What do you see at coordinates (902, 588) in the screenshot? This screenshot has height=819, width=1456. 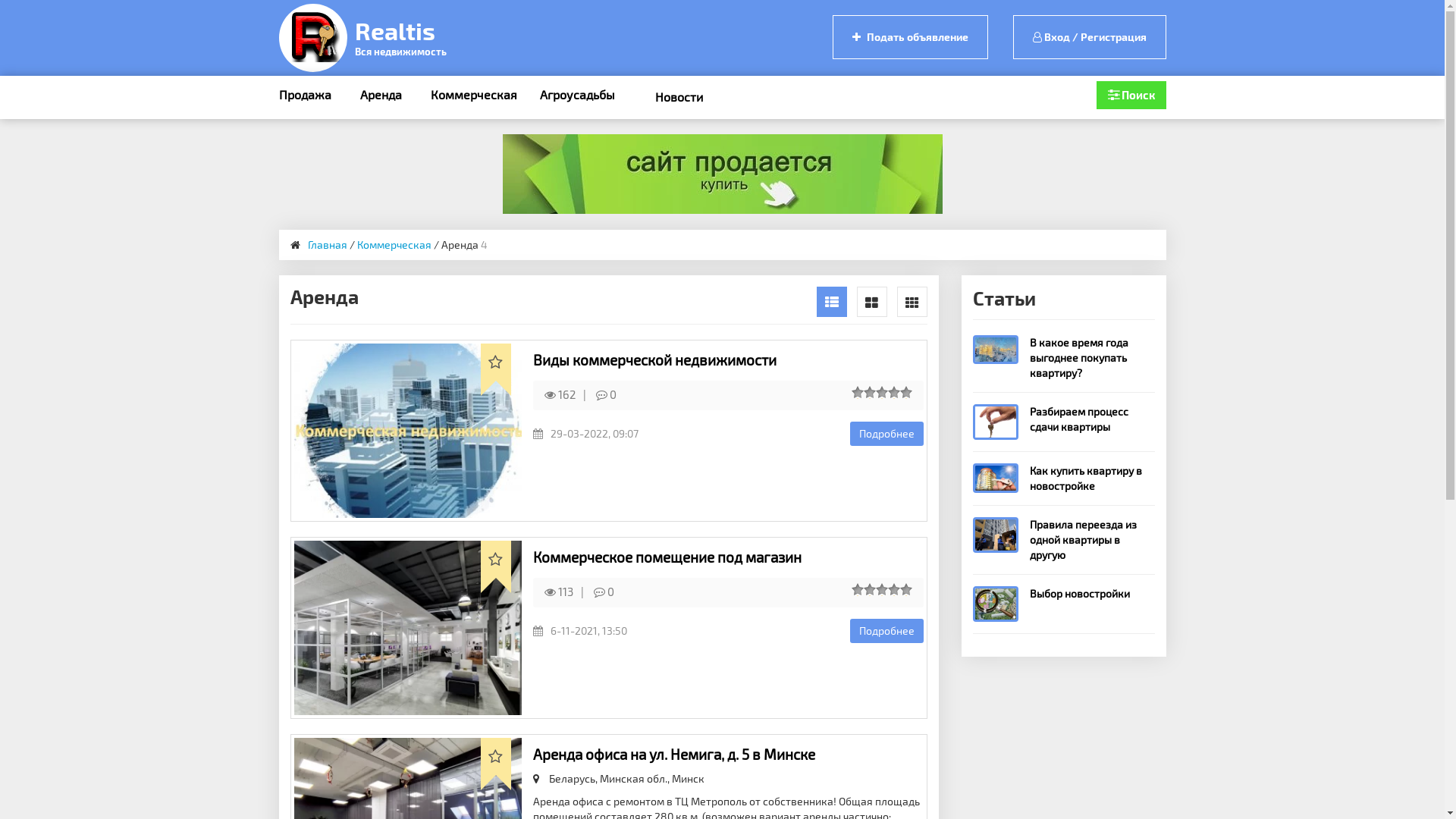 I see `'5'` at bounding box center [902, 588].